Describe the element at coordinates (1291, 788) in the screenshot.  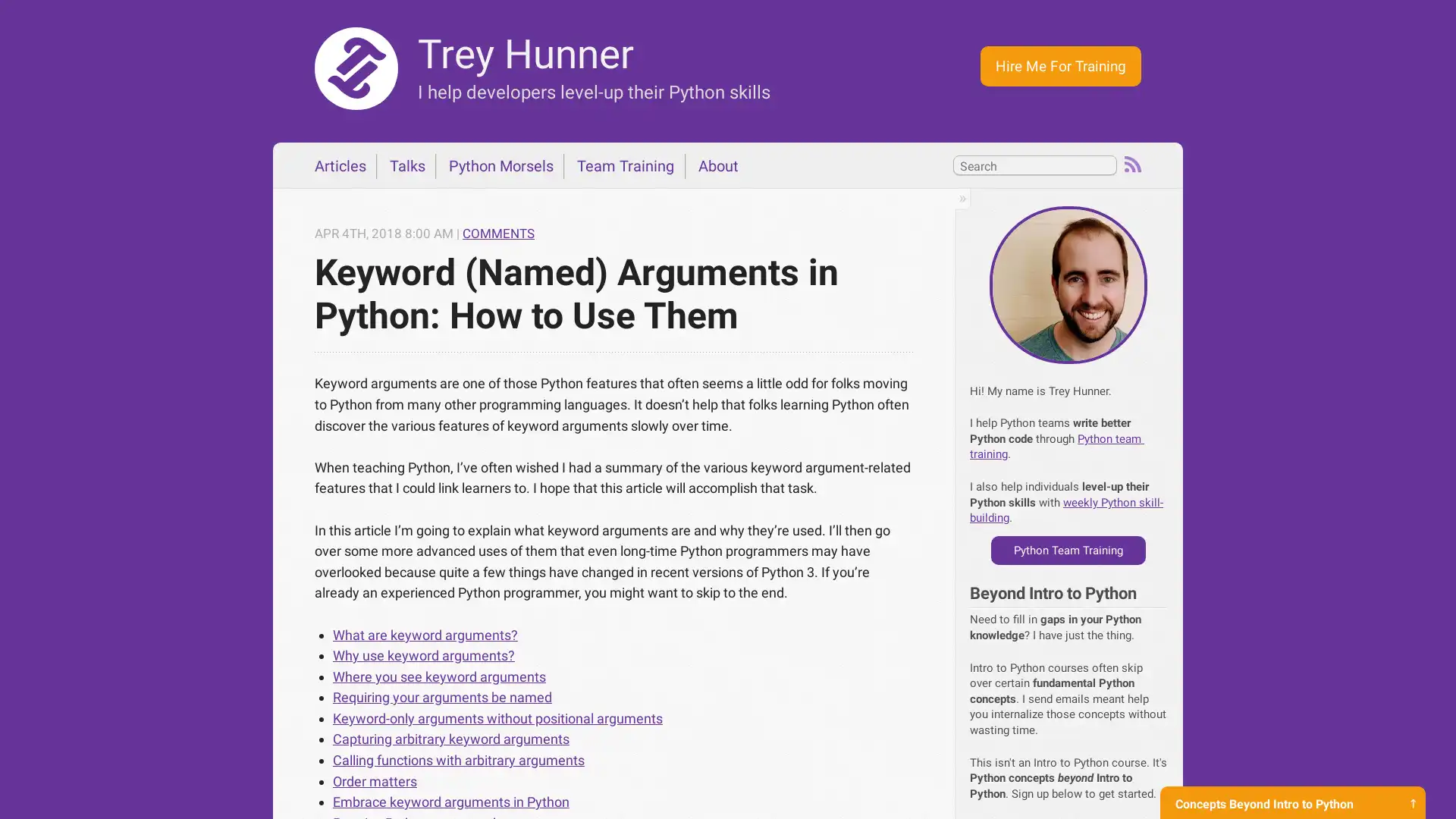
I see `Sign up for Python Concepts` at that location.